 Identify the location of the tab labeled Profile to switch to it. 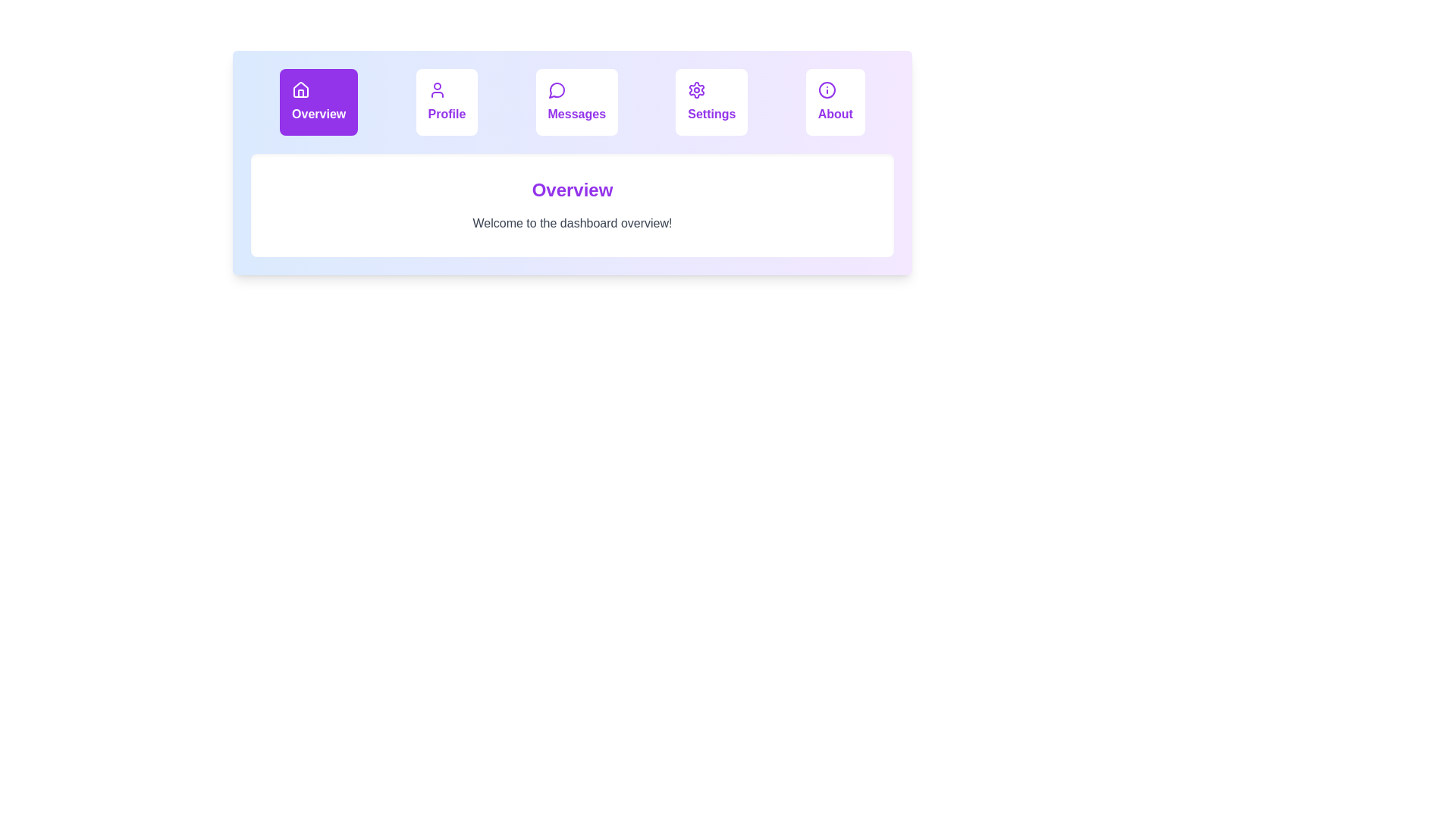
(446, 102).